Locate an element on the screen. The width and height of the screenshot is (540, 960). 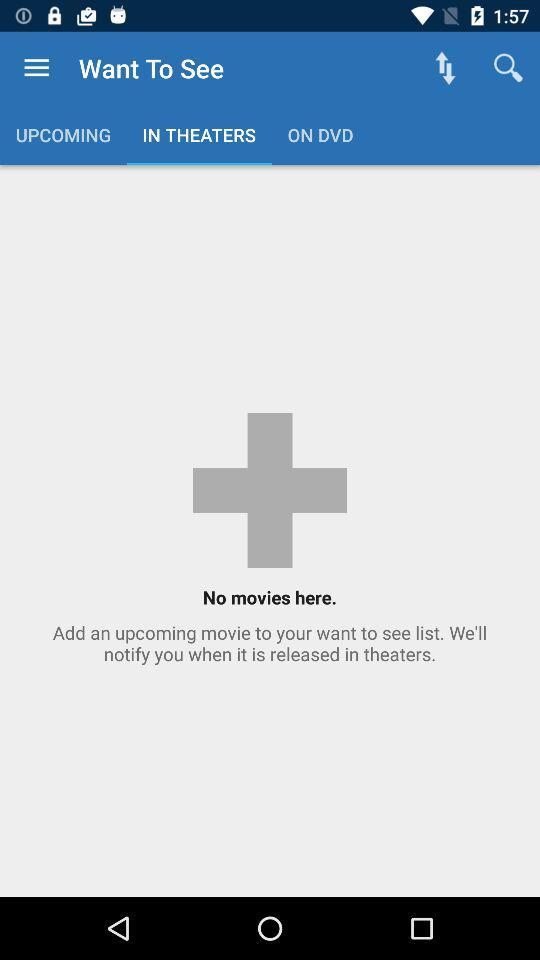
icon above the add an upcoming item is located at coordinates (508, 68).